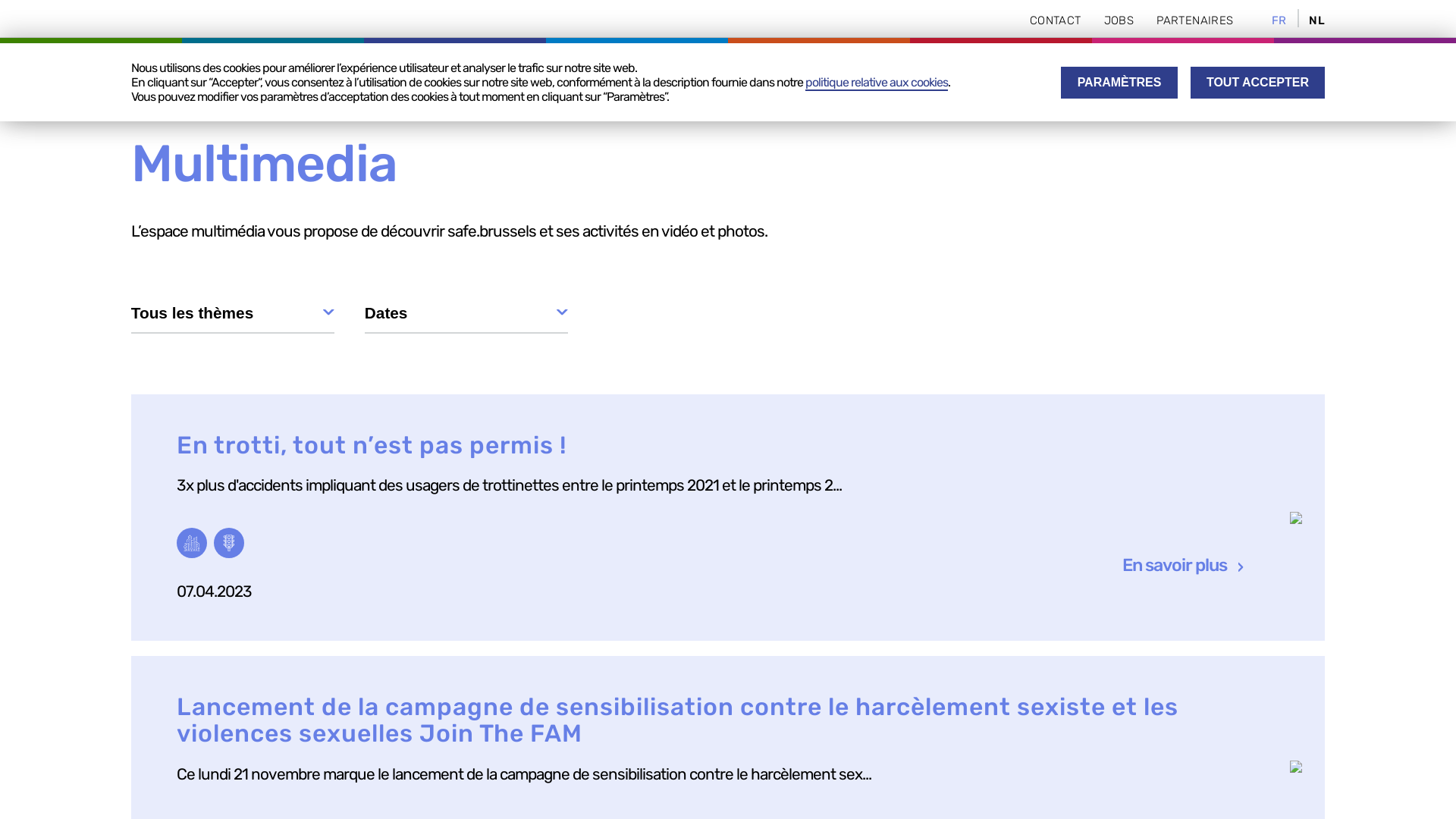 The image size is (1456, 819). What do you see at coordinates (1316, 20) in the screenshot?
I see `'NL'` at bounding box center [1316, 20].